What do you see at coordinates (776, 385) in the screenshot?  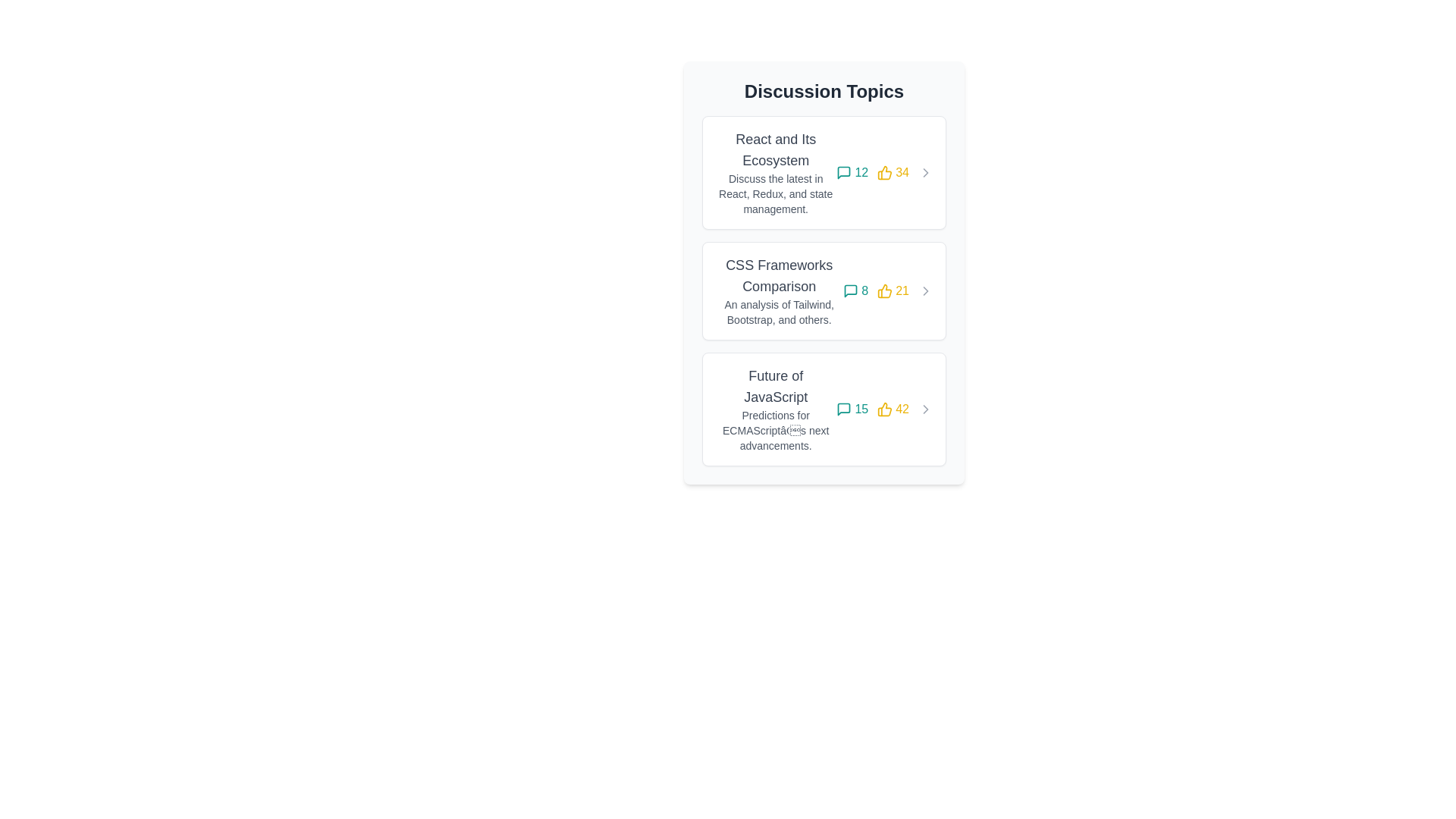 I see `the text element styled in bold and larger font that reads 'Future of JavaScript', positioned as a heading on the card layout in the 'Discussion Topics' list` at bounding box center [776, 385].